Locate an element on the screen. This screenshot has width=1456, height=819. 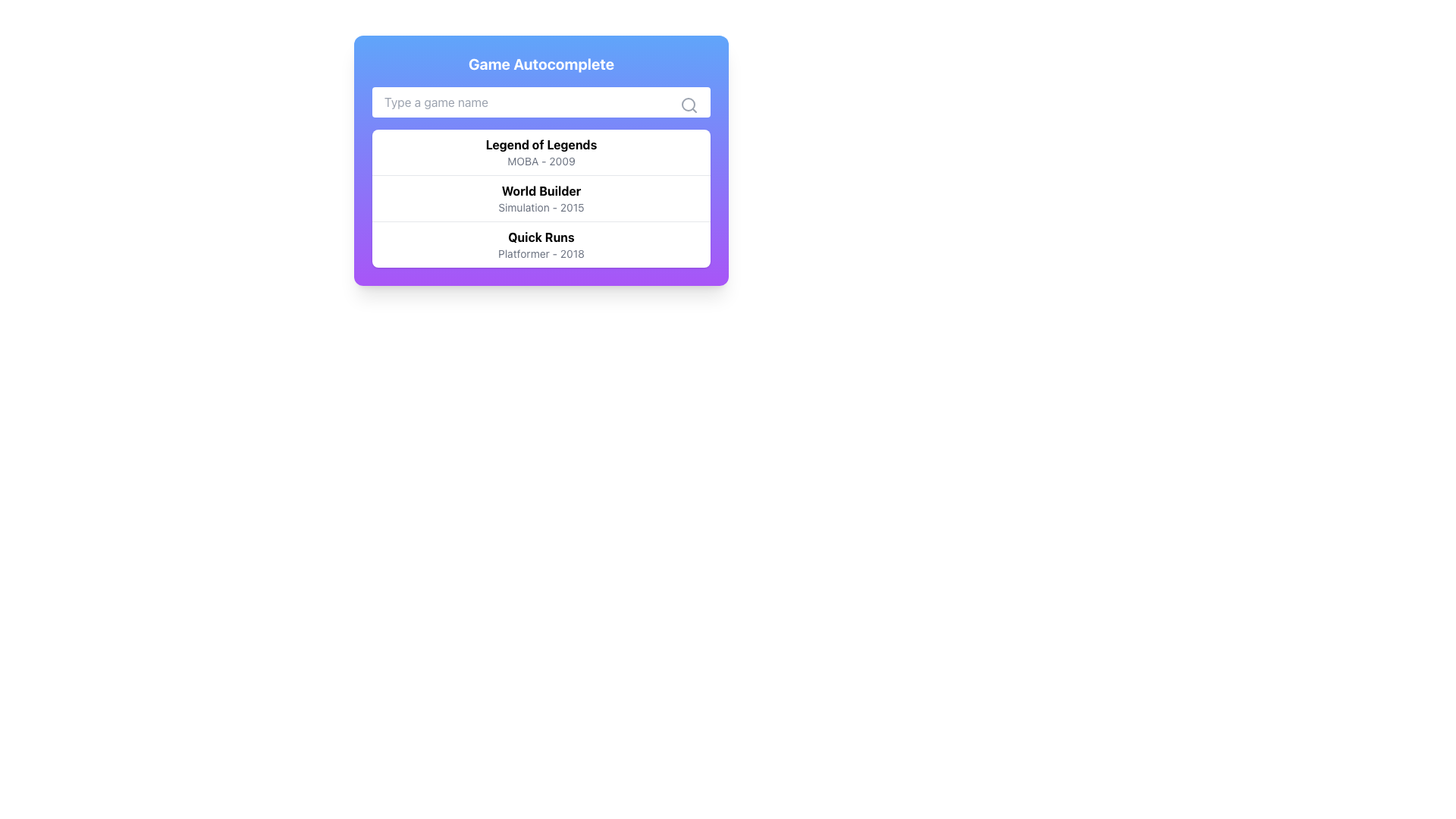
the text label displaying 'MOBA - 2009', which is positioned below the bold title 'Legend of Legends' is located at coordinates (541, 161).